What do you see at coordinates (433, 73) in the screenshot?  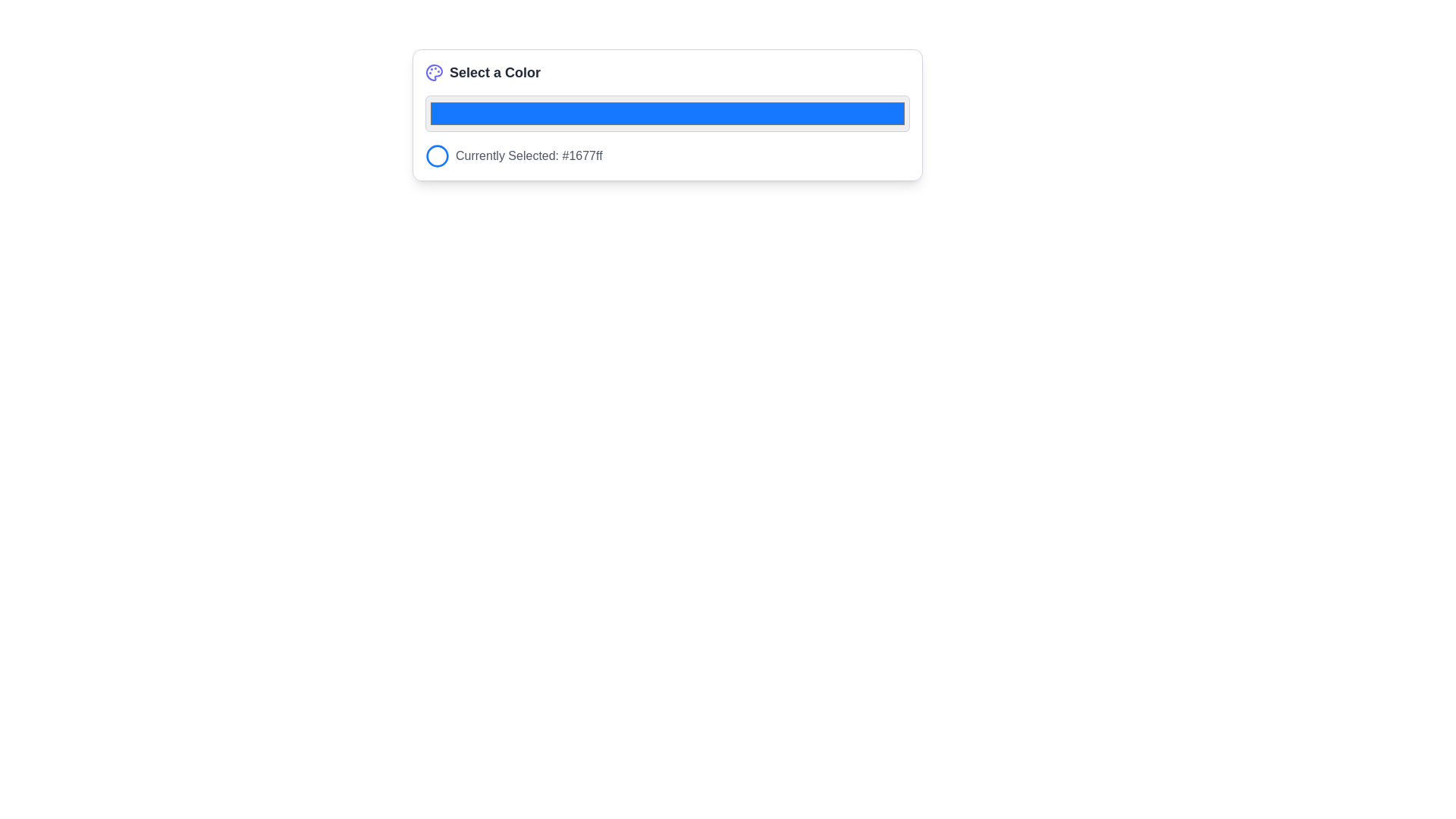 I see `the paint palette icon located in the 'Select a Color' section of the header` at bounding box center [433, 73].